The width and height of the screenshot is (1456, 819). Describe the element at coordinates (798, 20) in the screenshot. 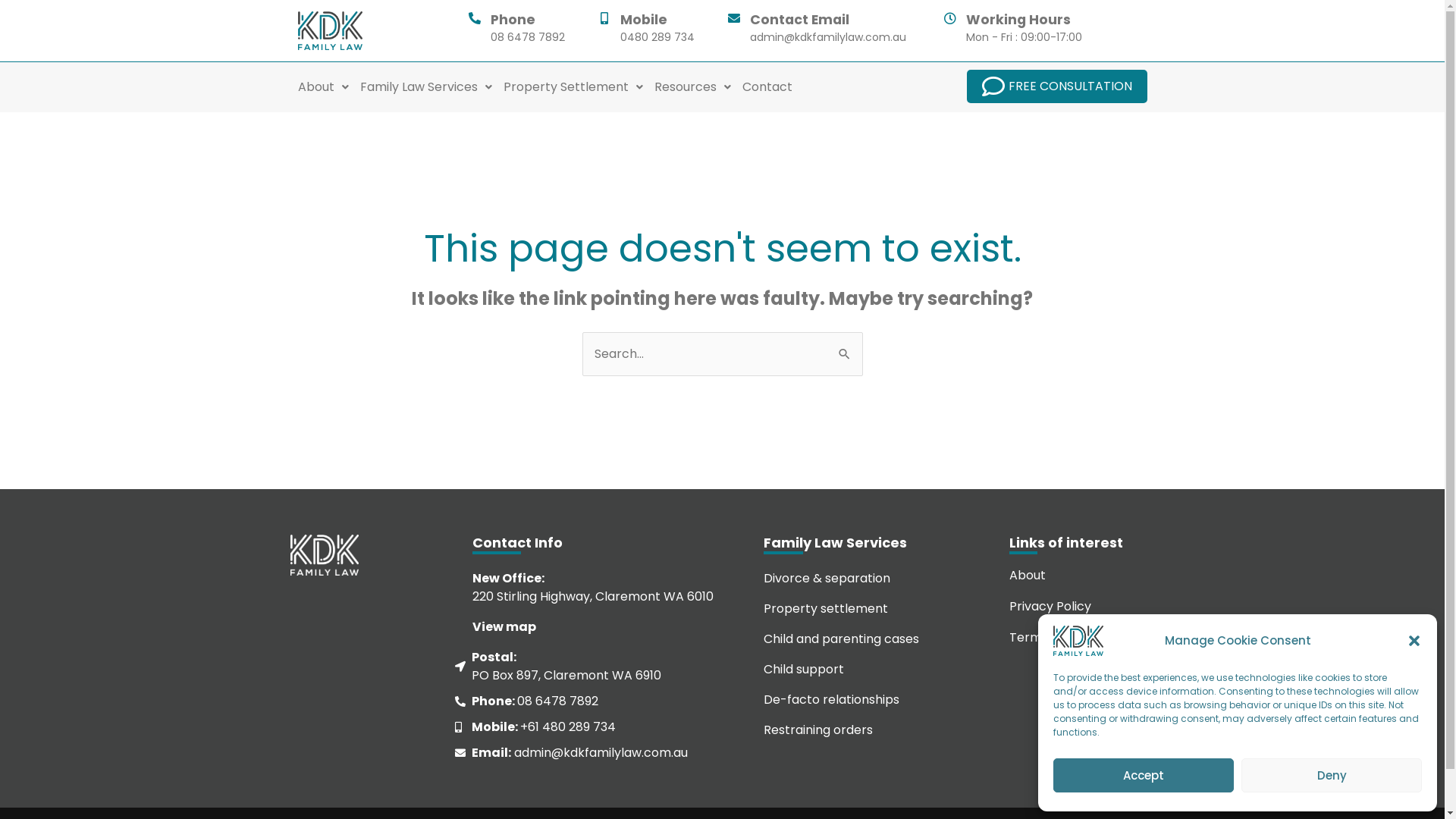

I see `'Contact Email'` at that location.